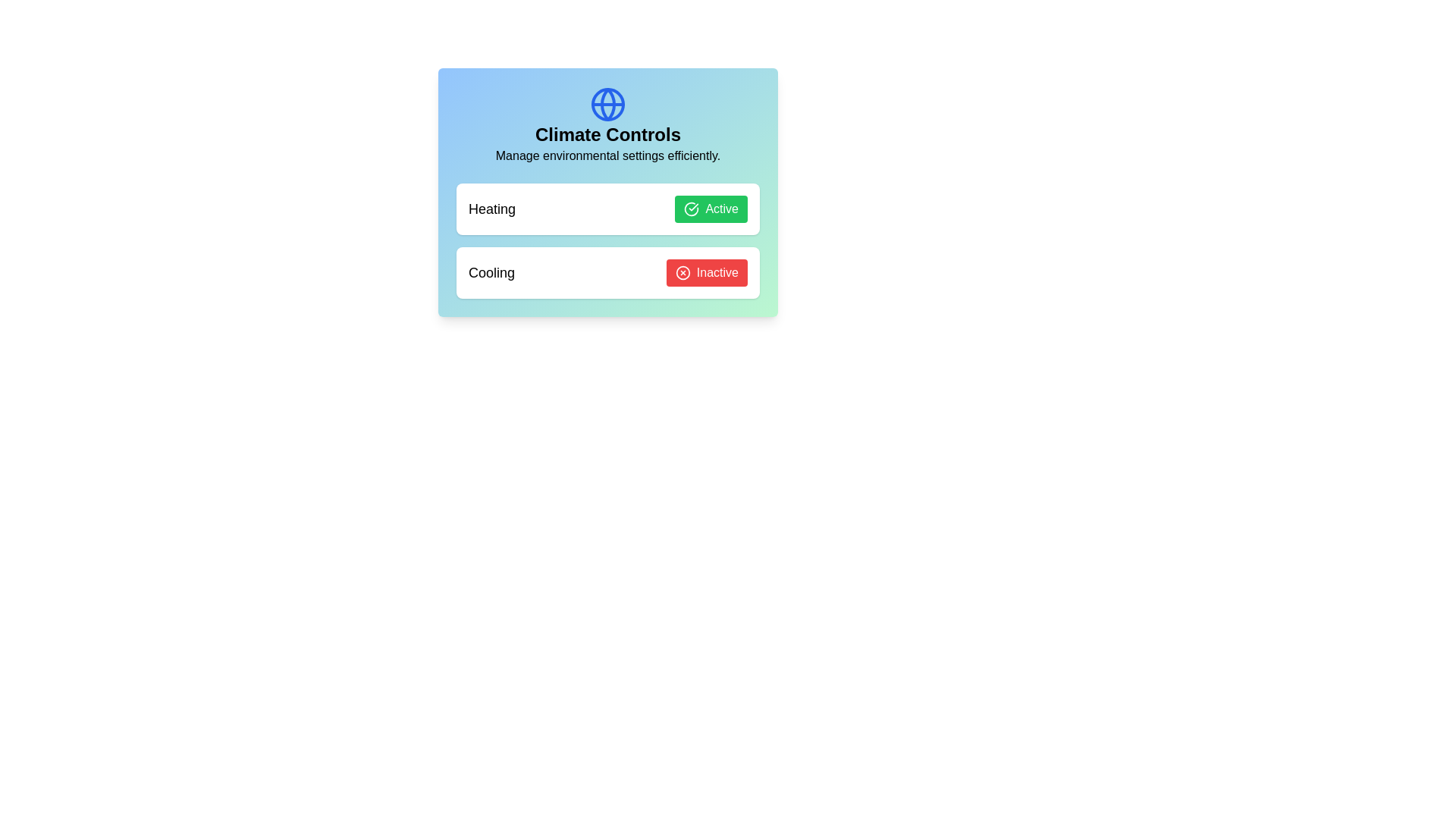  I want to click on the 'Cooling' button to toggle its state, so click(705, 271).